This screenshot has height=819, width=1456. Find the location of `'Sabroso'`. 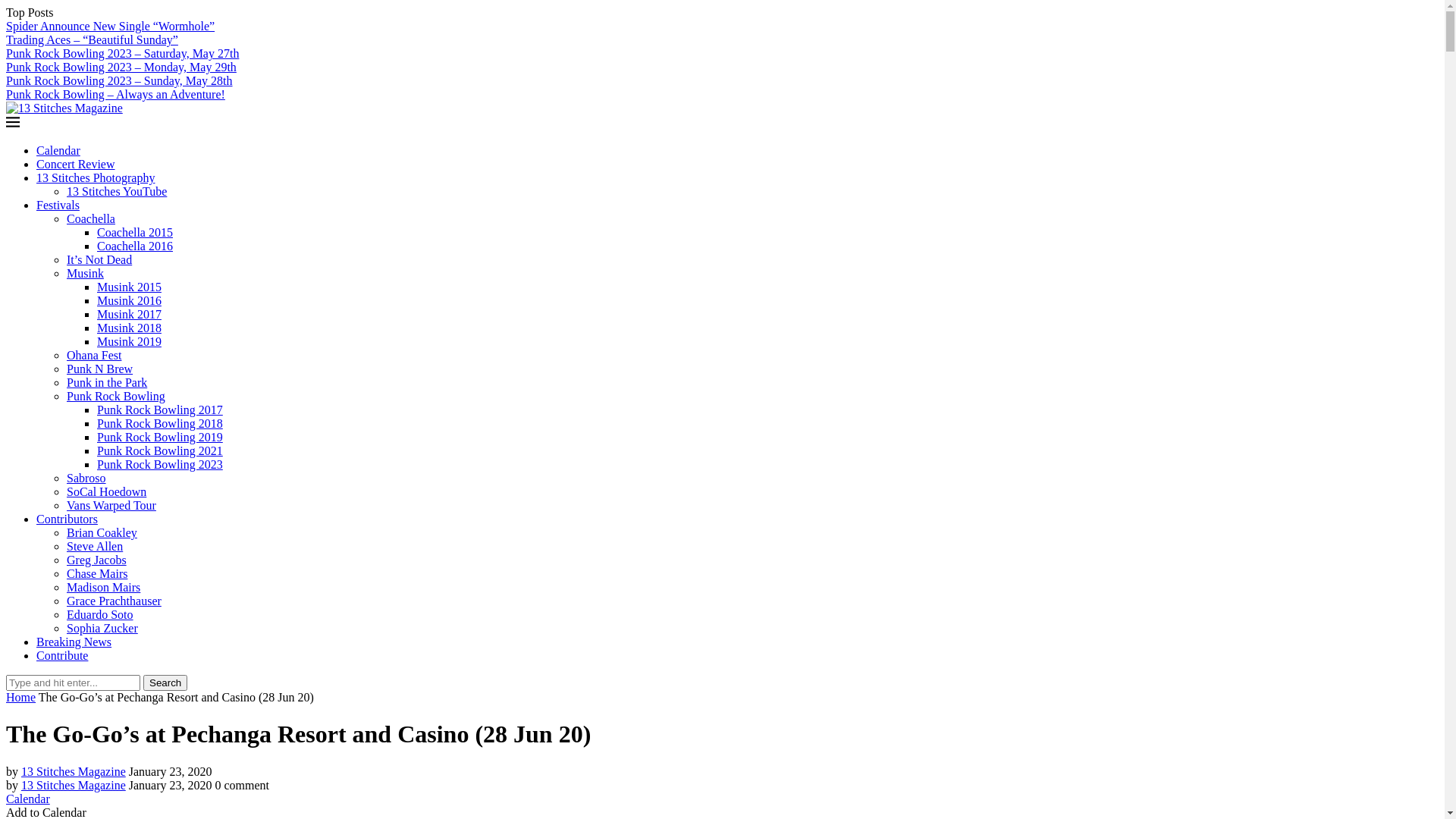

'Sabroso' is located at coordinates (65, 478).